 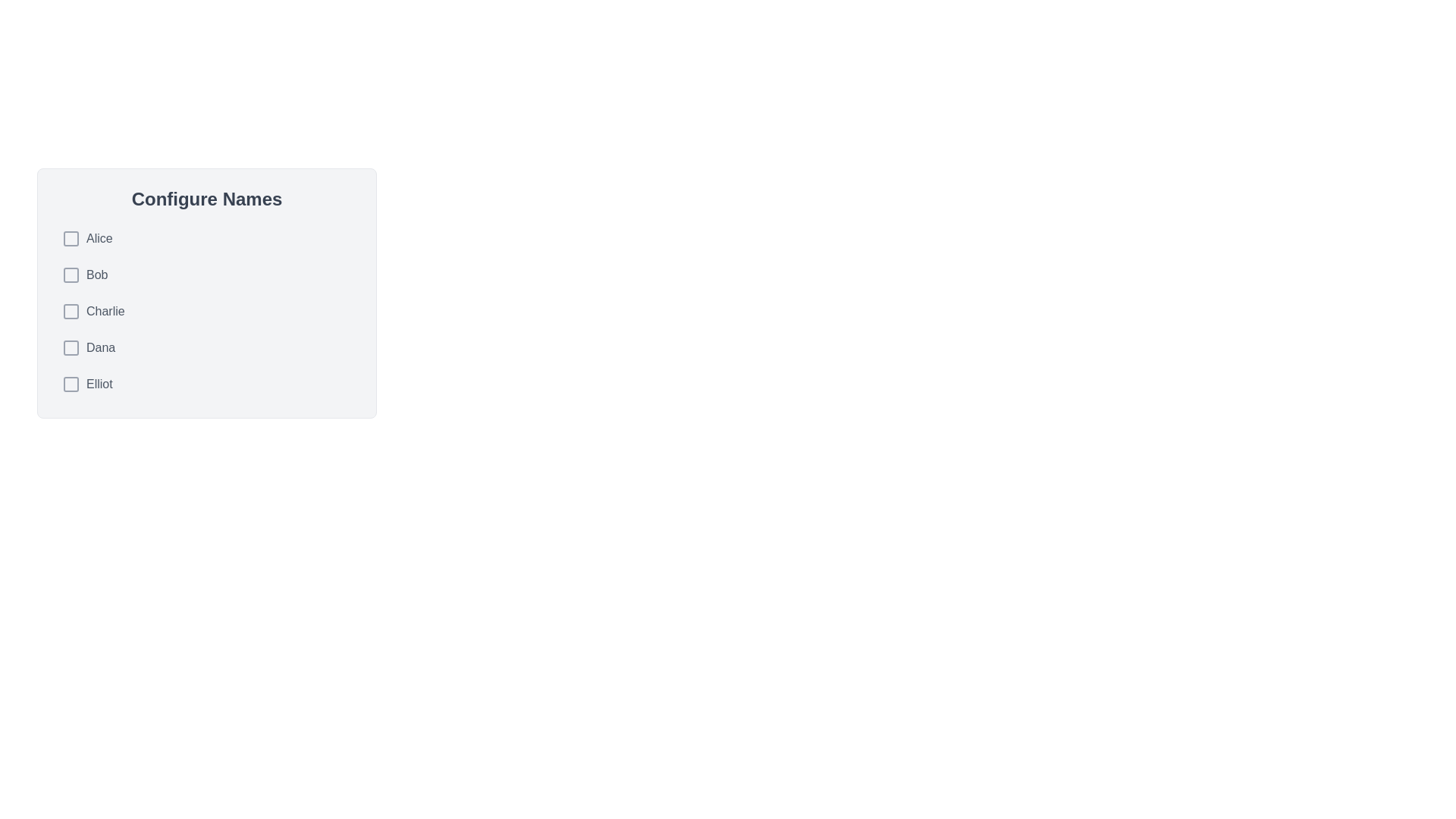 I want to click on the checkbox for the option 'Bob', which is the second checkbox in a vertical list of checkboxes aligned to the left of the name 'Bob', so click(x=71, y=275).